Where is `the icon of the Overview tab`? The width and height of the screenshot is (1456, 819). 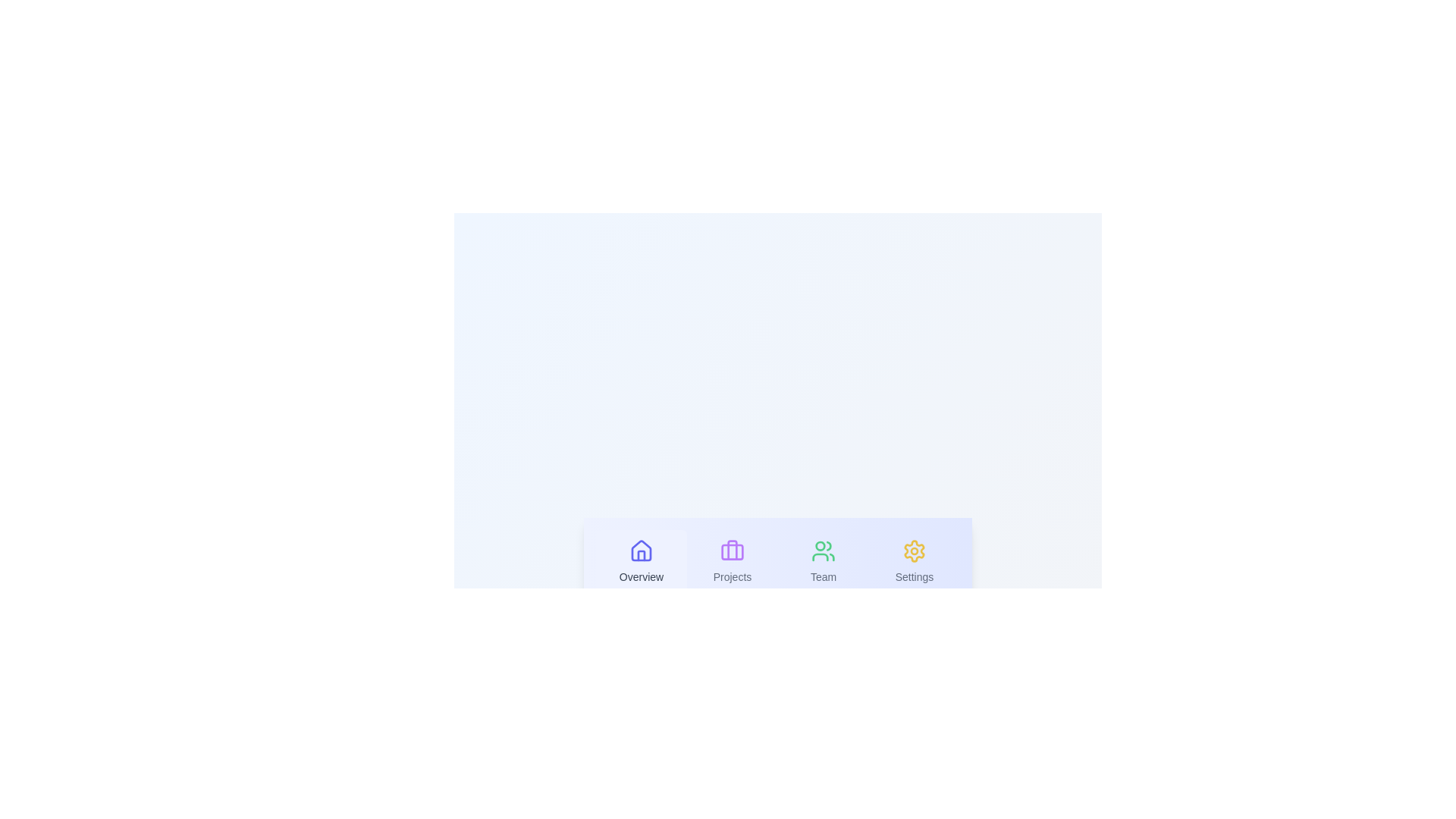
the icon of the Overview tab is located at coordinates (641, 551).